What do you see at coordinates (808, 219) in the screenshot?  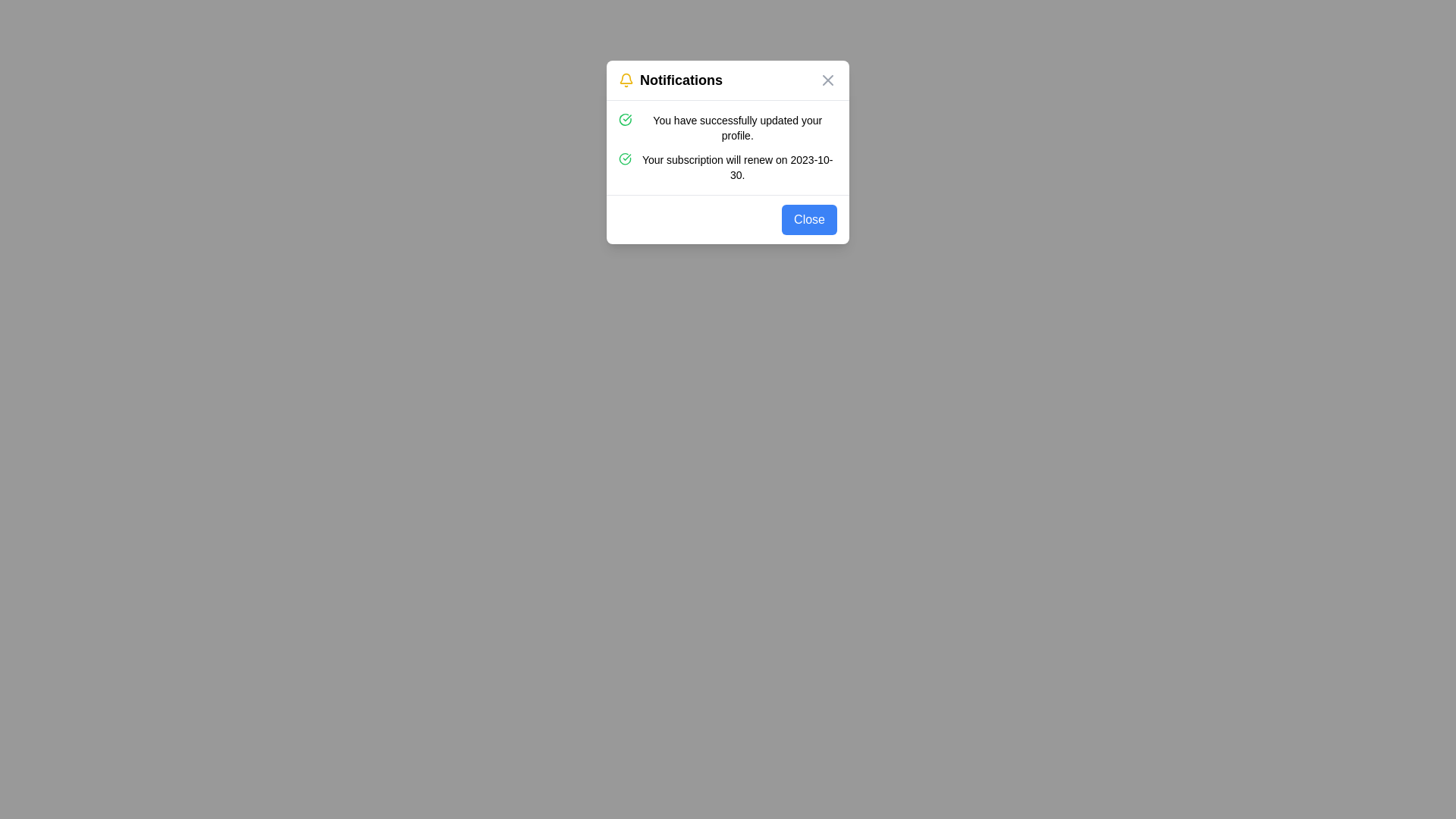 I see `the dismiss button located at the bottom-right corner of the notification dialog box` at bounding box center [808, 219].